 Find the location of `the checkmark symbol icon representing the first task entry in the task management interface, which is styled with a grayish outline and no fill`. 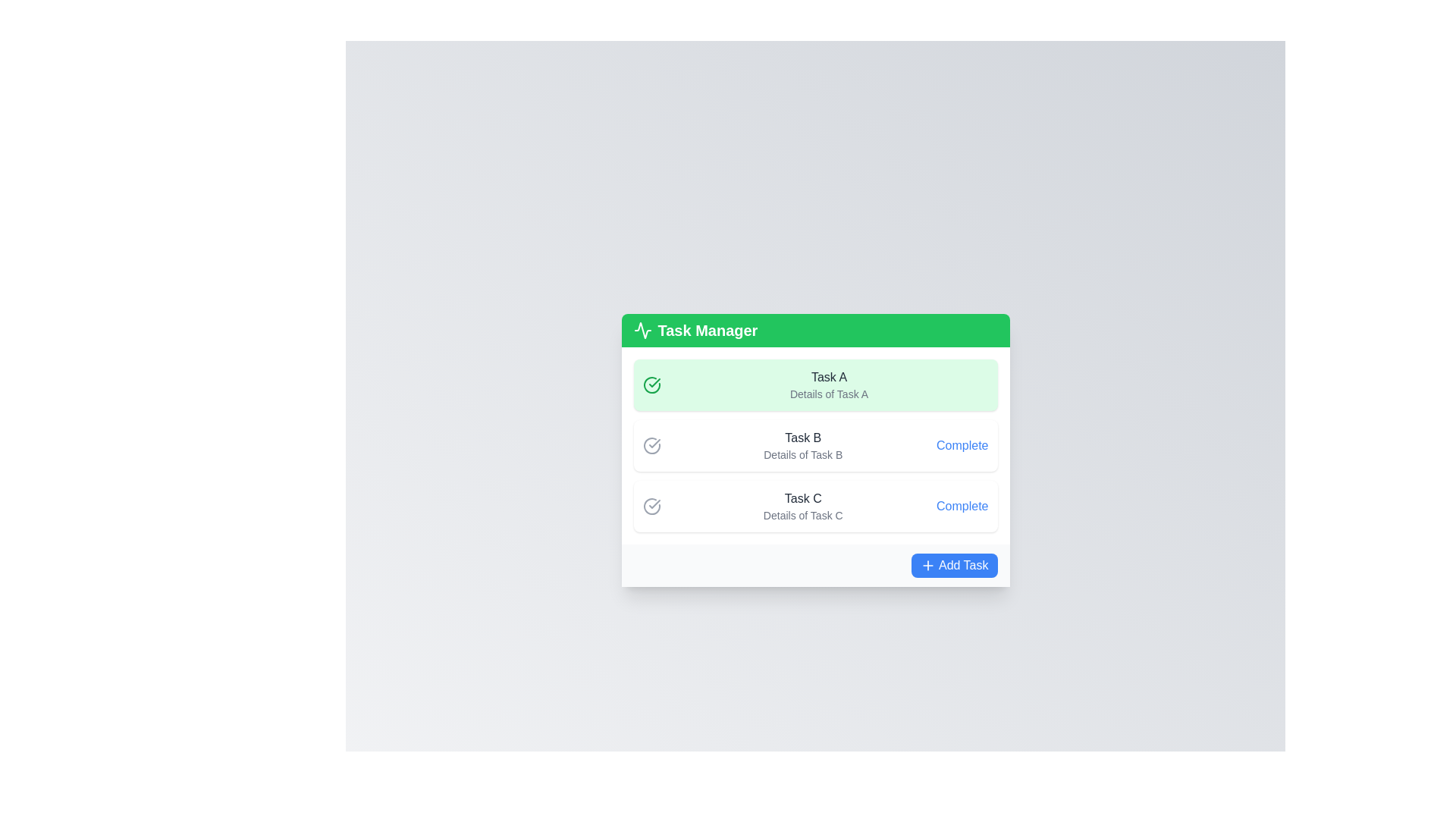

the checkmark symbol icon representing the first task entry in the task management interface, which is styled with a grayish outline and no fill is located at coordinates (654, 504).